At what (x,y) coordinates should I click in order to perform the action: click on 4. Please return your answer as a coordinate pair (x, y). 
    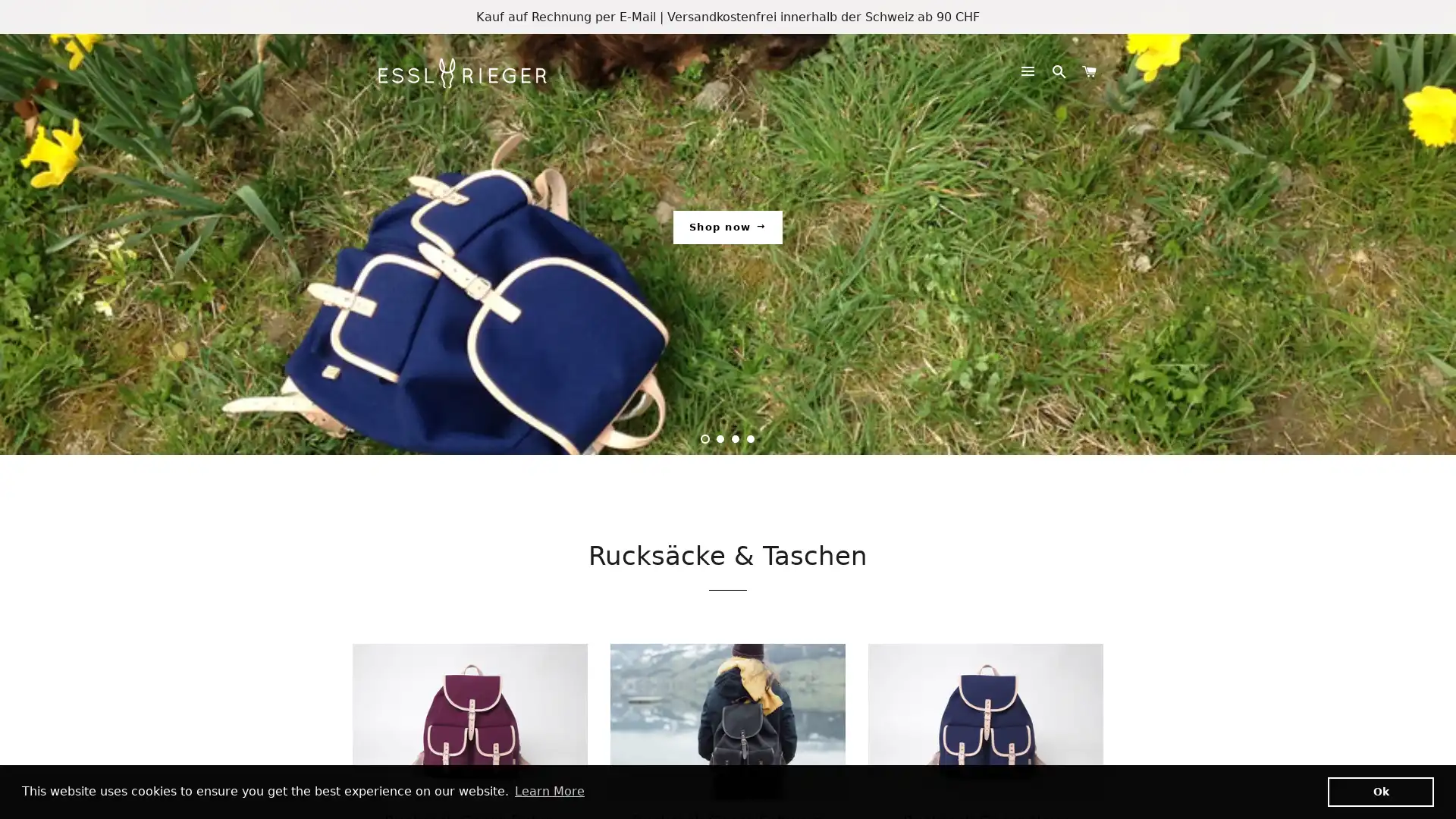
    Looking at the image, I should click on (750, 801).